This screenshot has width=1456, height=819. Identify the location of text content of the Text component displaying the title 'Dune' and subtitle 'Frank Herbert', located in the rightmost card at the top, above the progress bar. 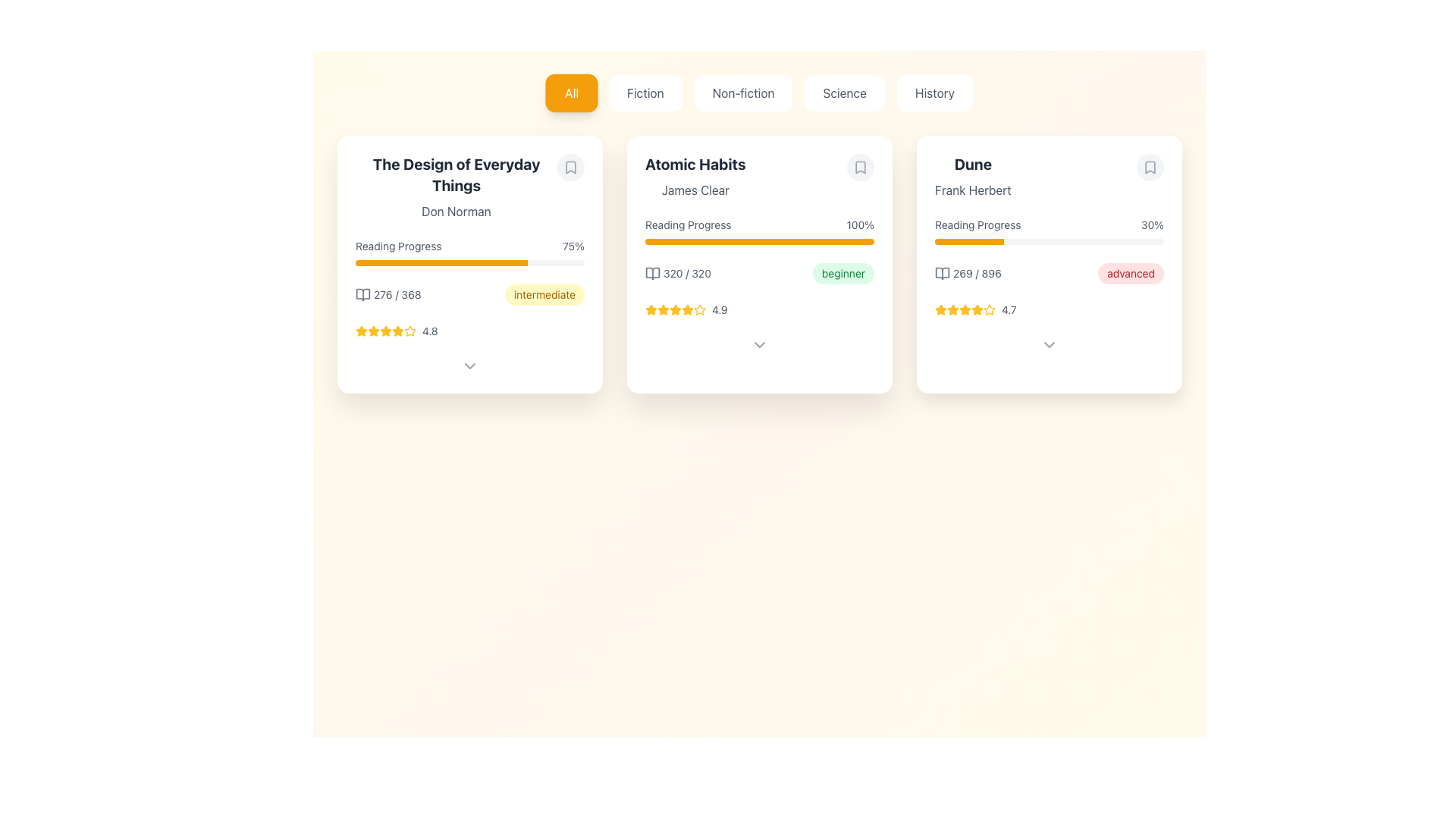
(973, 175).